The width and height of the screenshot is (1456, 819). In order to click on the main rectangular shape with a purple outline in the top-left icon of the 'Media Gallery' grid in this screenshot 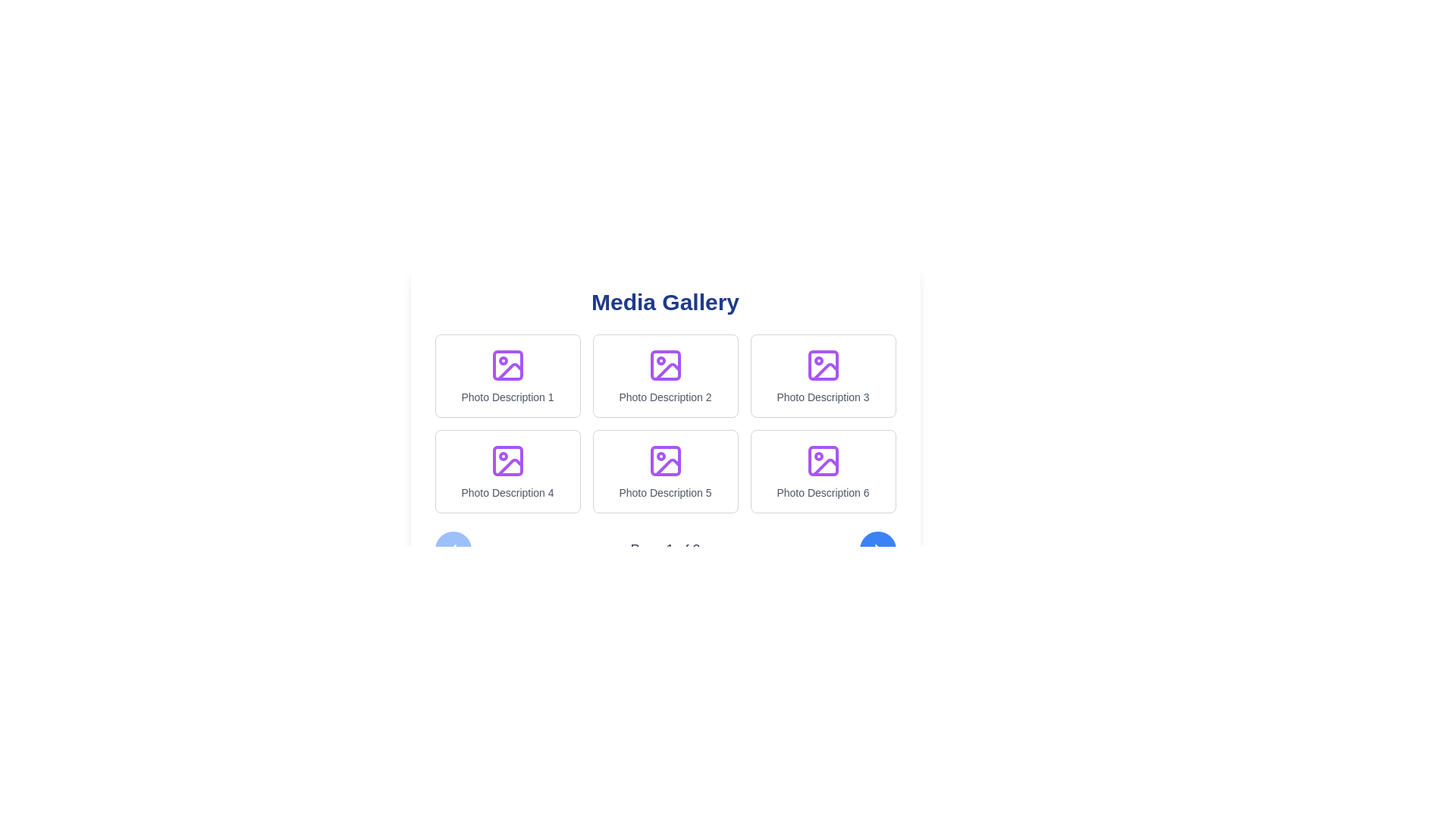, I will do `click(507, 366)`.